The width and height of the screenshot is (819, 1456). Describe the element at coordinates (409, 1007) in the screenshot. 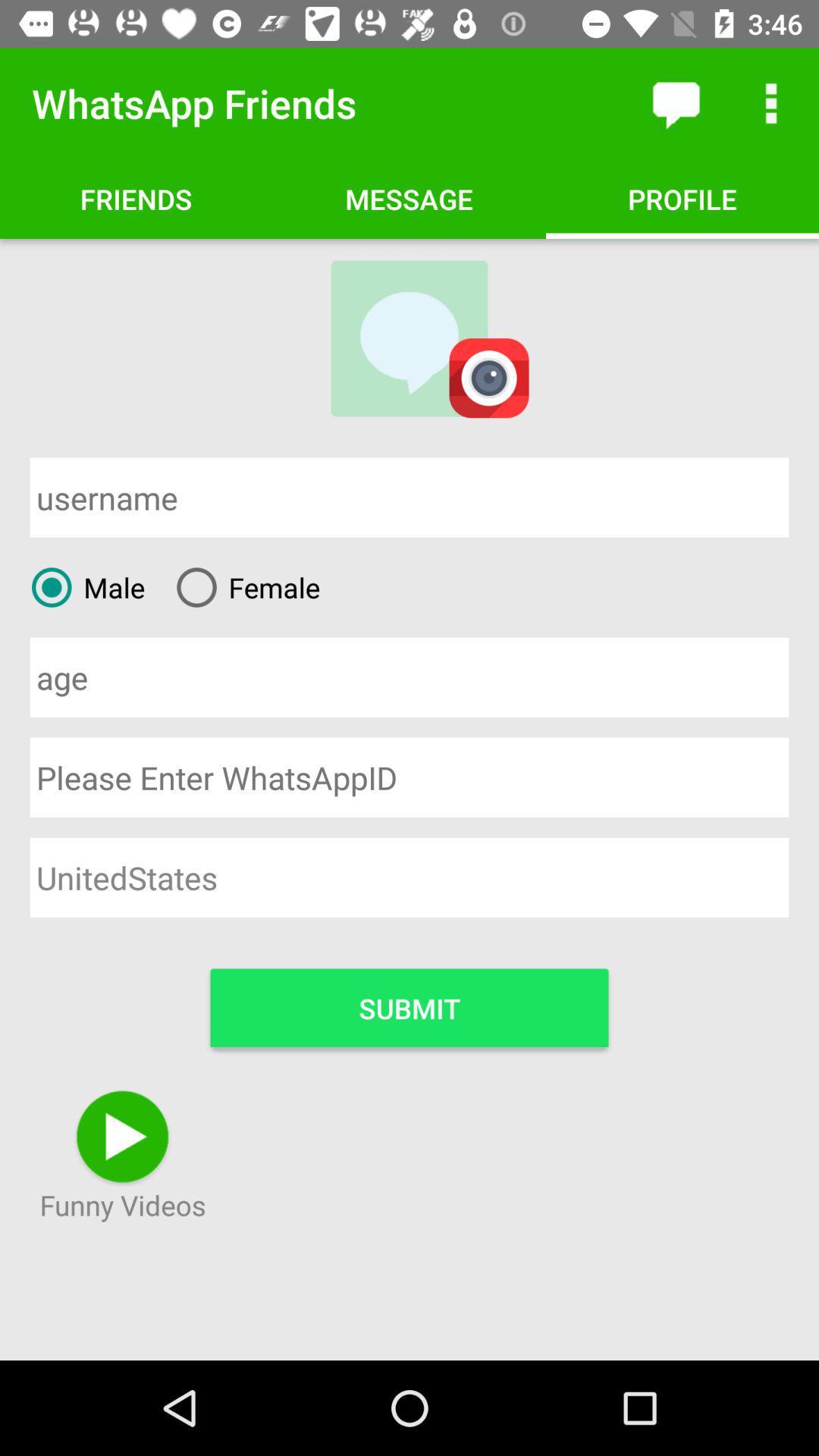

I see `icon below the unitedstates icon` at that location.